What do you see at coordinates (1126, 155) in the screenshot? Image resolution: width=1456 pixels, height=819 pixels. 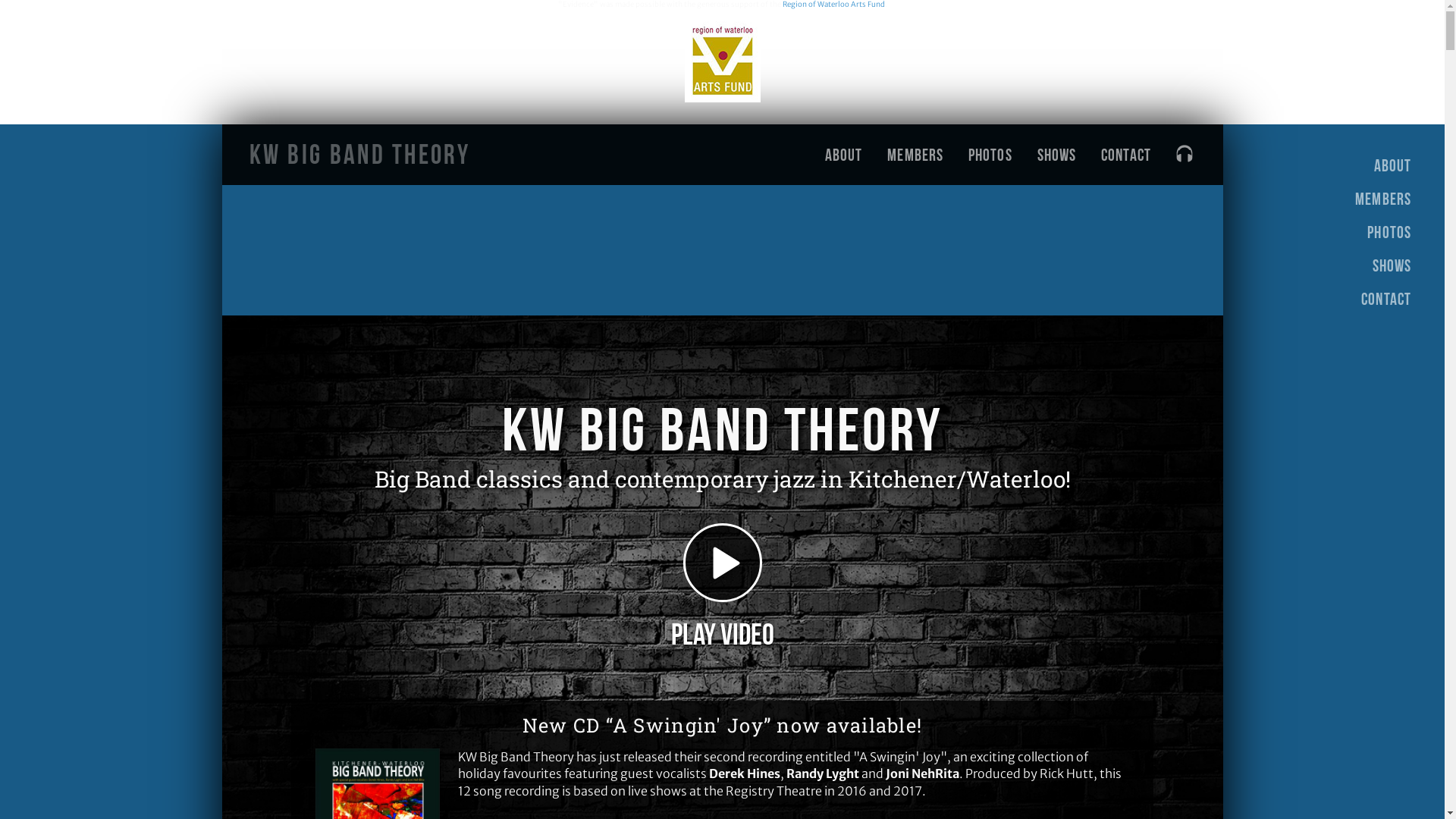 I see `'CONTACT'` at bounding box center [1126, 155].